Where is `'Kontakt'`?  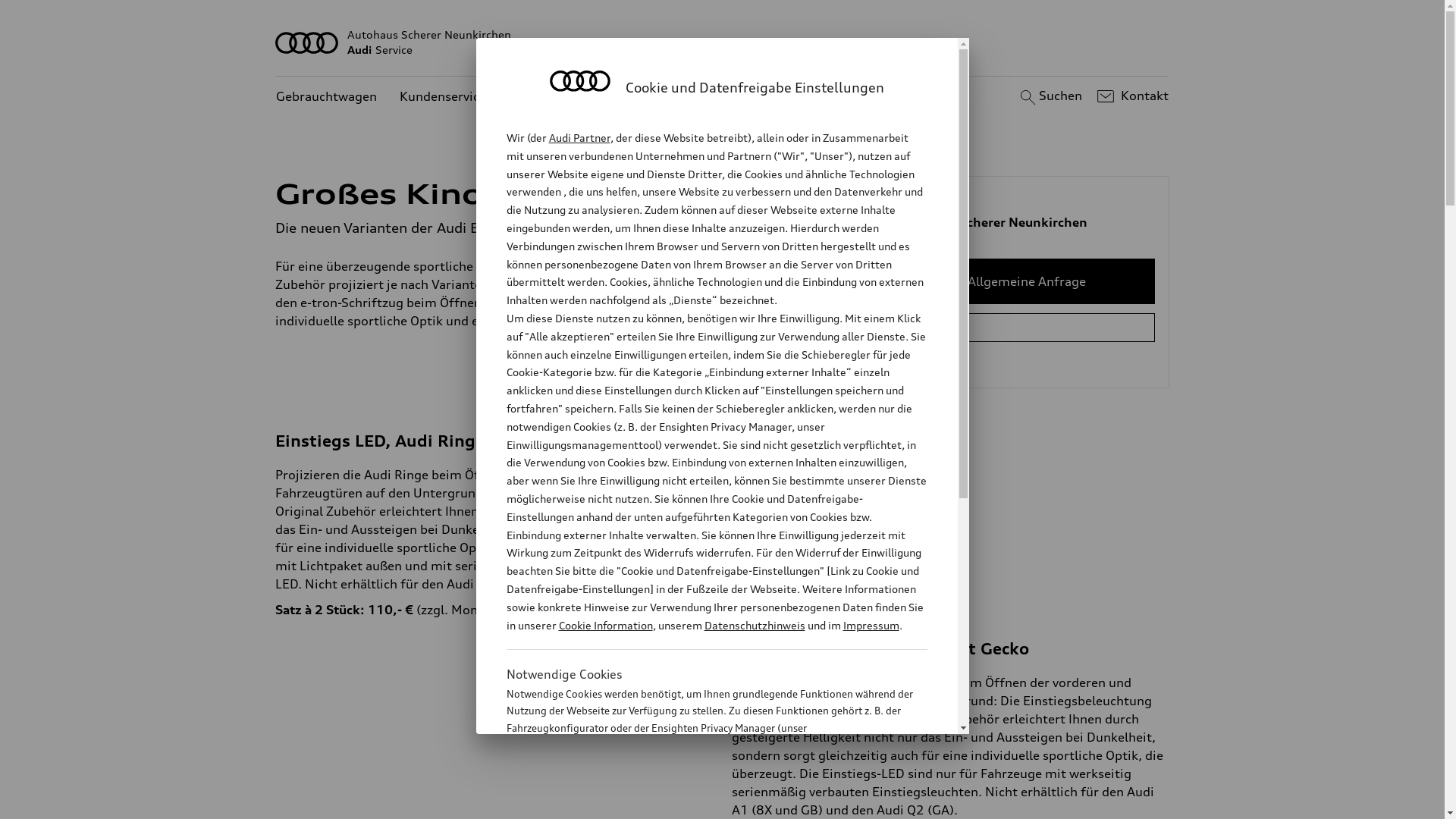
'Kontakt' is located at coordinates (1131, 96).